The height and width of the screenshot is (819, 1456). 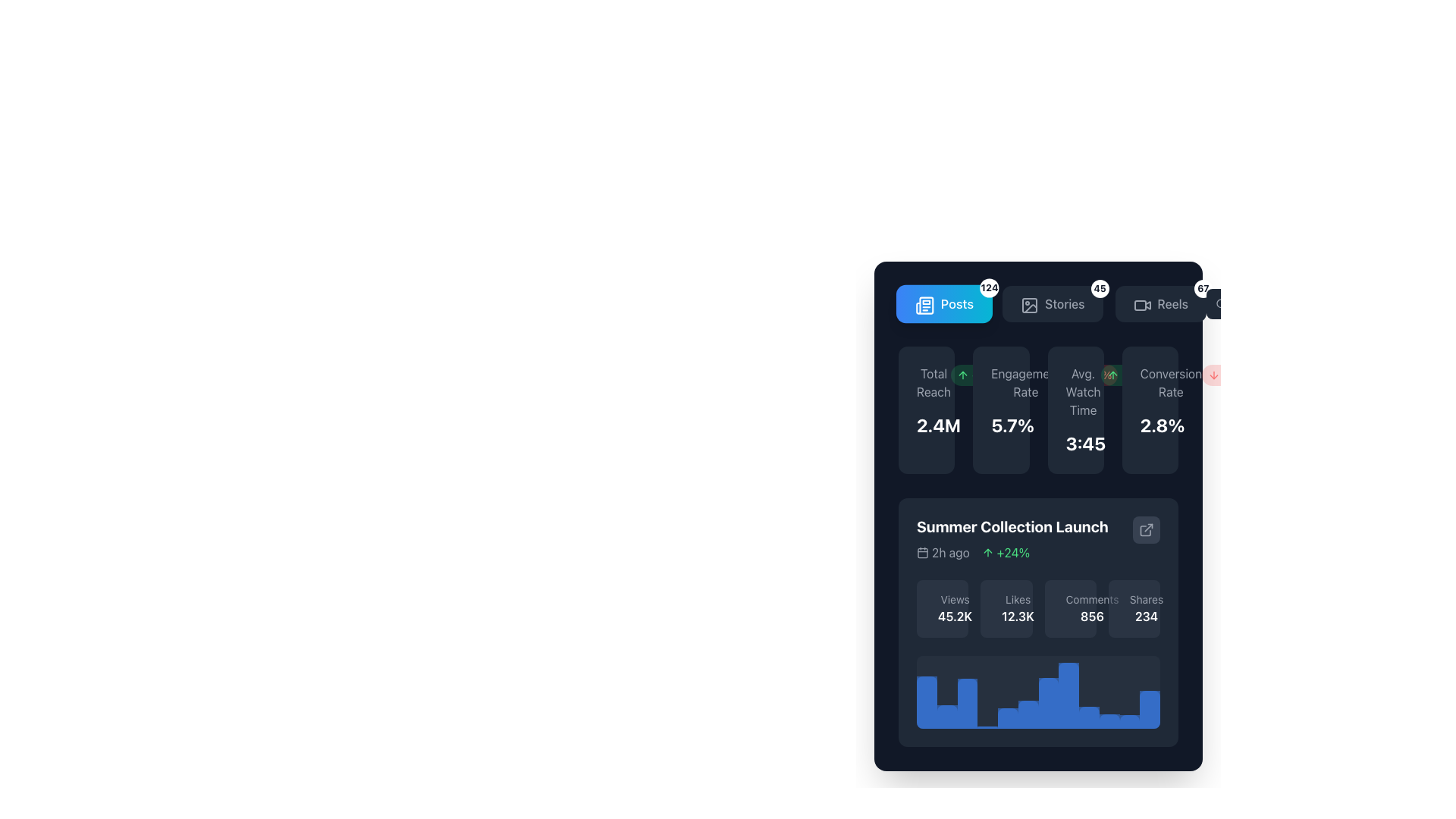 What do you see at coordinates (1082, 391) in the screenshot?
I see `the static text label indicating the average watch time, which is located at the top center of the dashboard card above the numeric time value` at bounding box center [1082, 391].